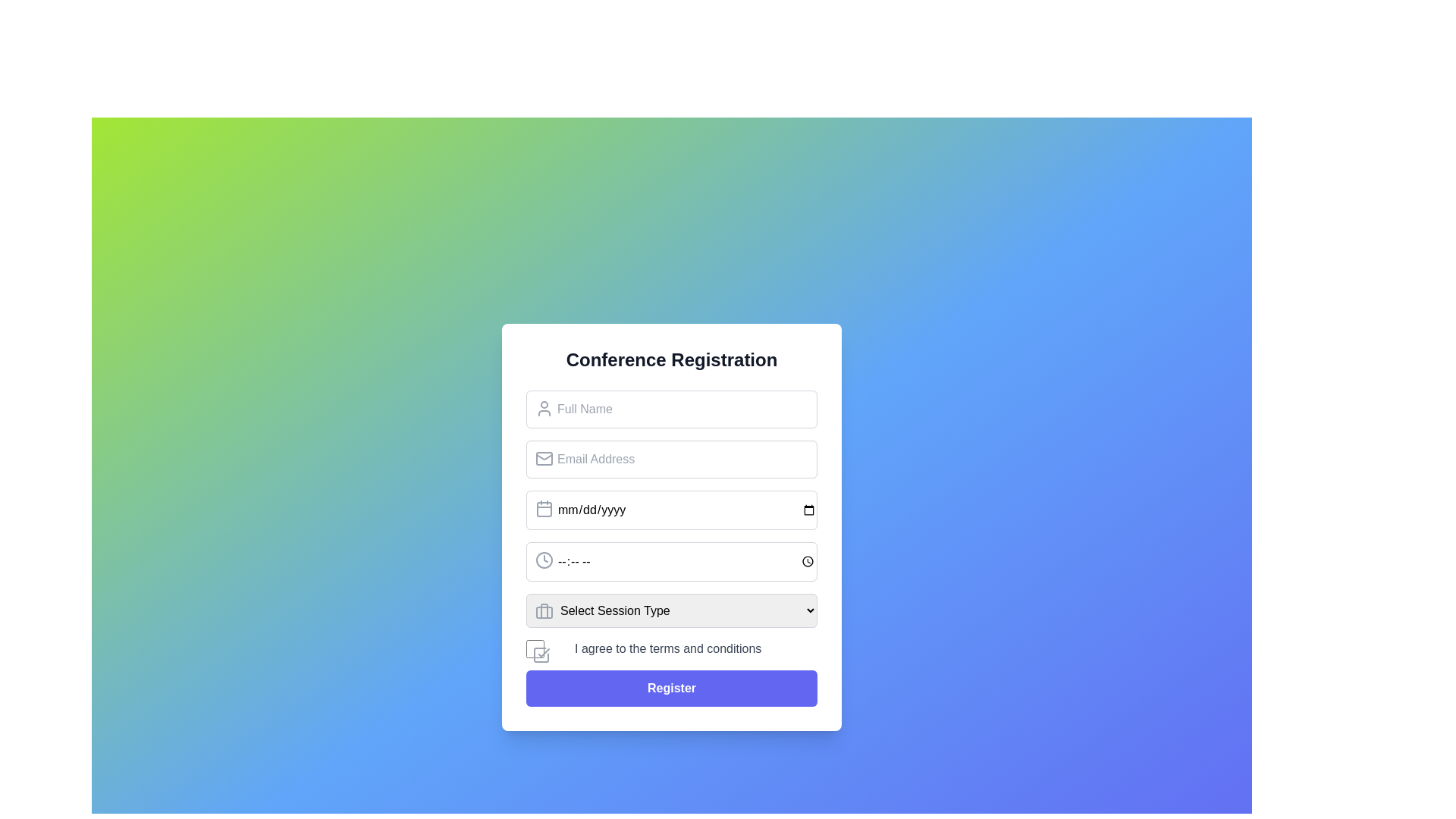 This screenshot has height=819, width=1456. What do you see at coordinates (544, 610) in the screenshot?
I see `the dropdown field labeled 'Select Session Type' which contains the briefcase icon positioned to the left of the text content` at bounding box center [544, 610].